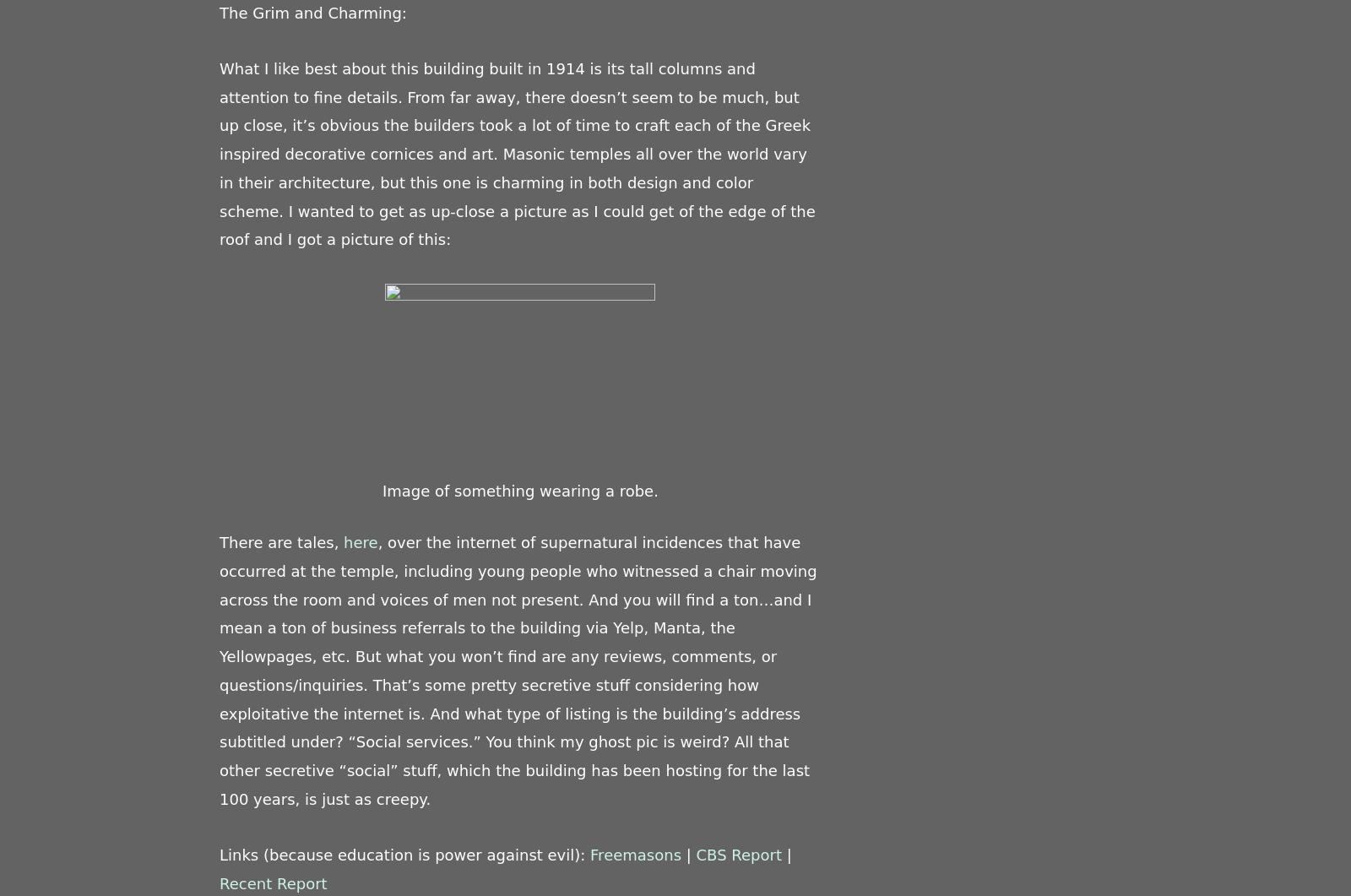 This screenshot has width=1351, height=896. Describe the element at coordinates (737, 854) in the screenshot. I see `'CBS Report'` at that location.